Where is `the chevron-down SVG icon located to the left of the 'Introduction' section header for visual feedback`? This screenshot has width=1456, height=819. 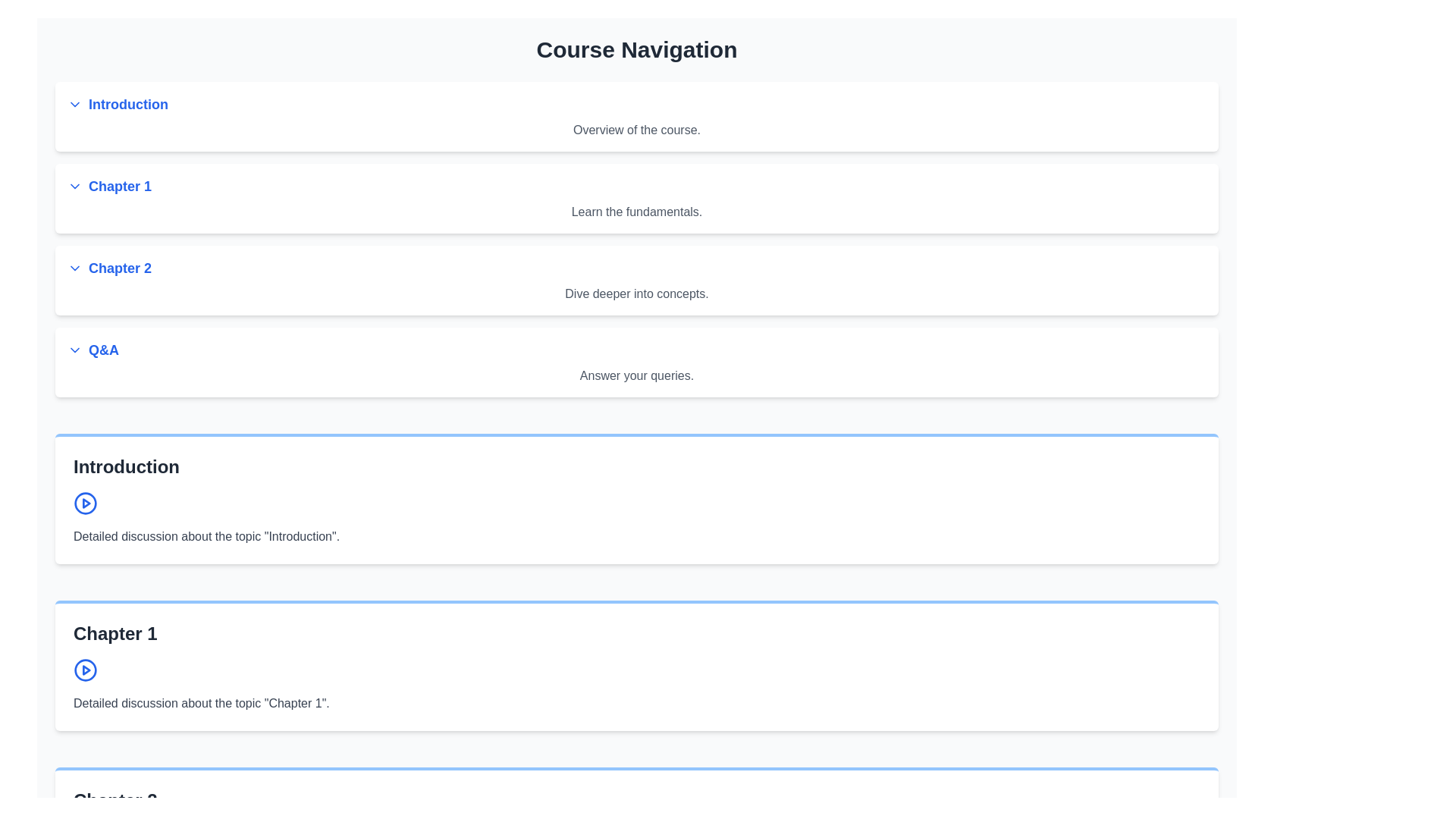 the chevron-down SVG icon located to the left of the 'Introduction' section header for visual feedback is located at coordinates (74, 104).